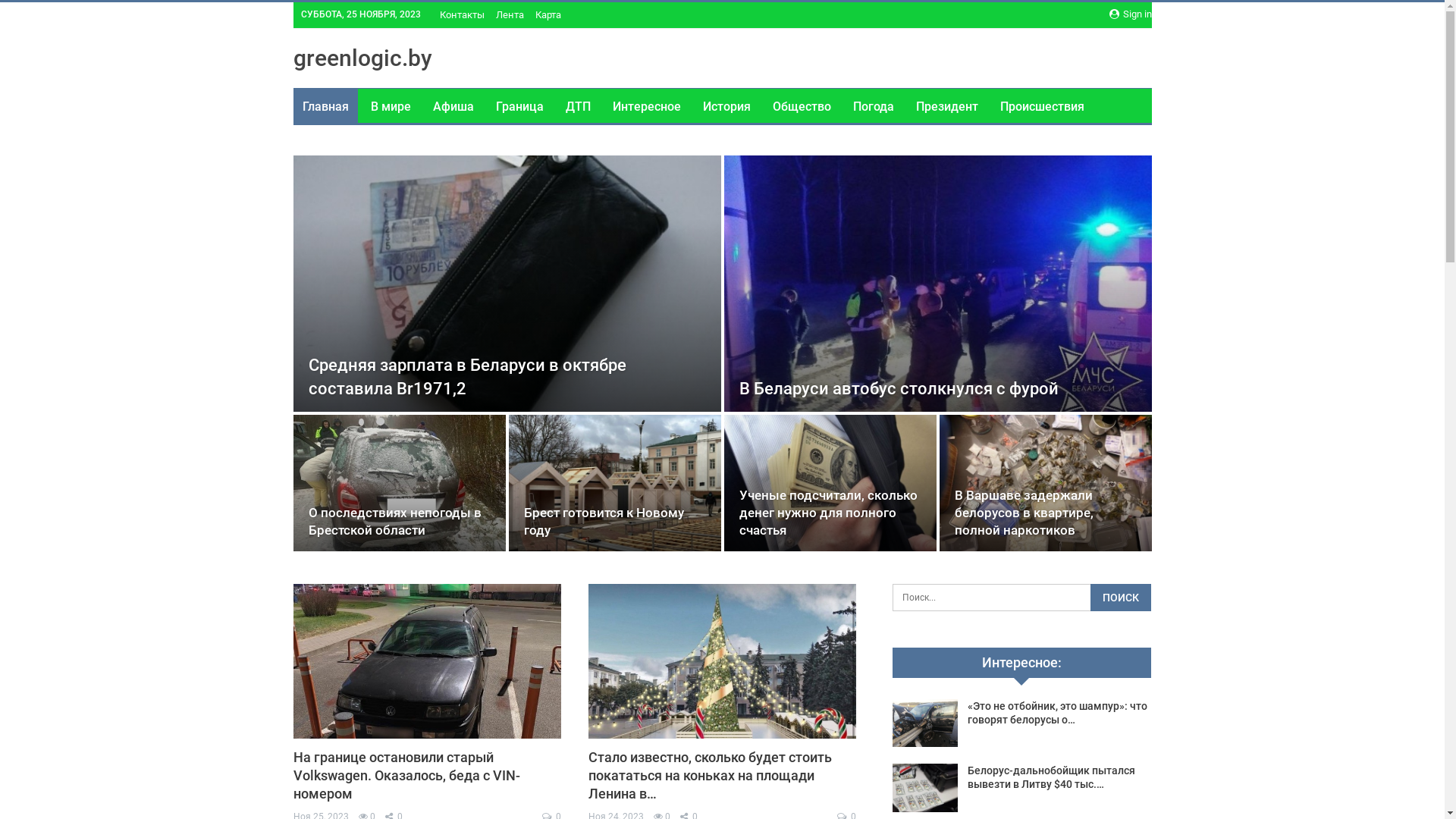 This screenshot has height=819, width=1456. Describe the element at coordinates (1109, 14) in the screenshot. I see `'Sign in'` at that location.